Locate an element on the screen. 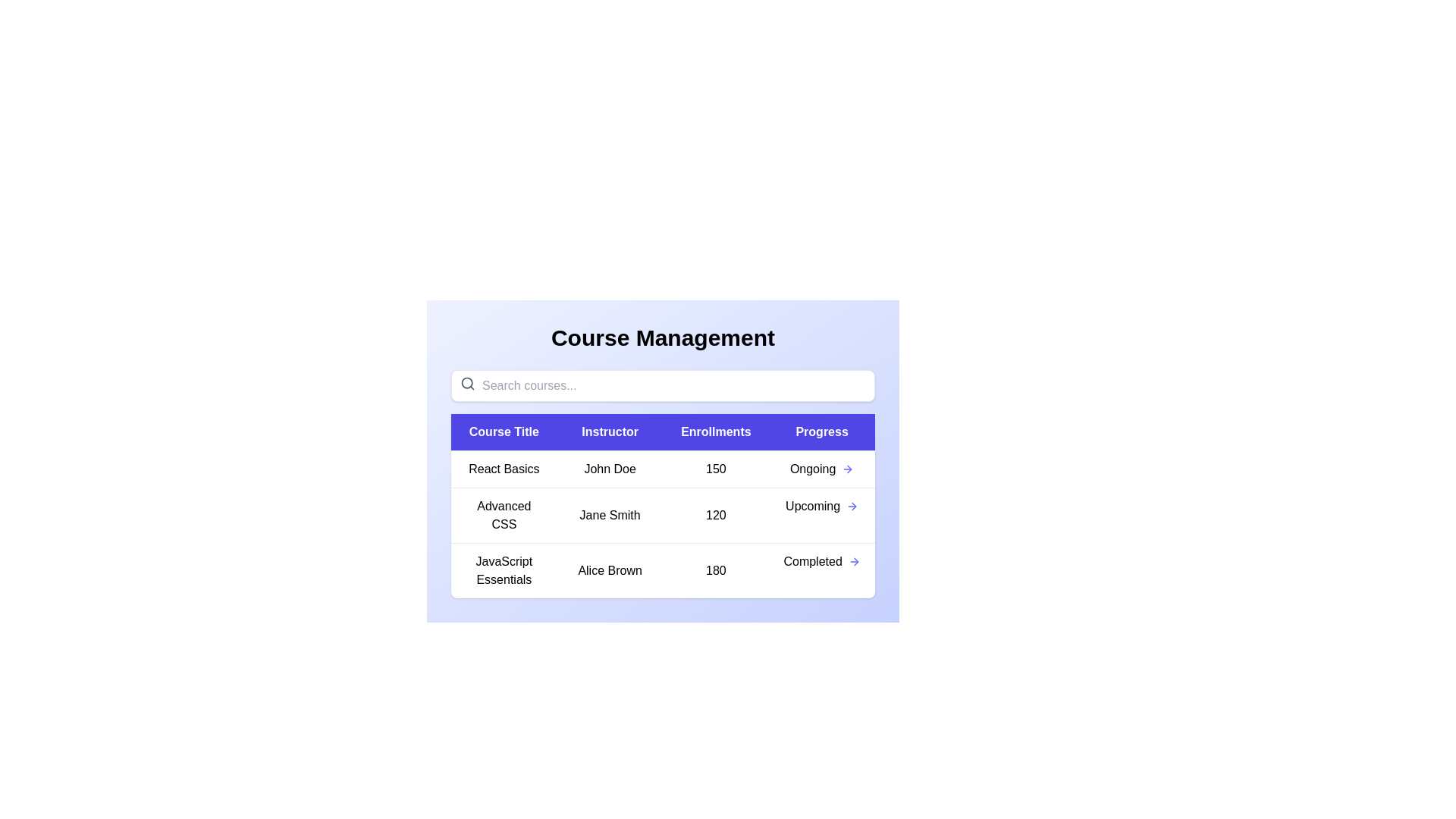 The image size is (1456, 819). the progress indicator for the course titled 'Advanced CSS' is located at coordinates (821, 514).